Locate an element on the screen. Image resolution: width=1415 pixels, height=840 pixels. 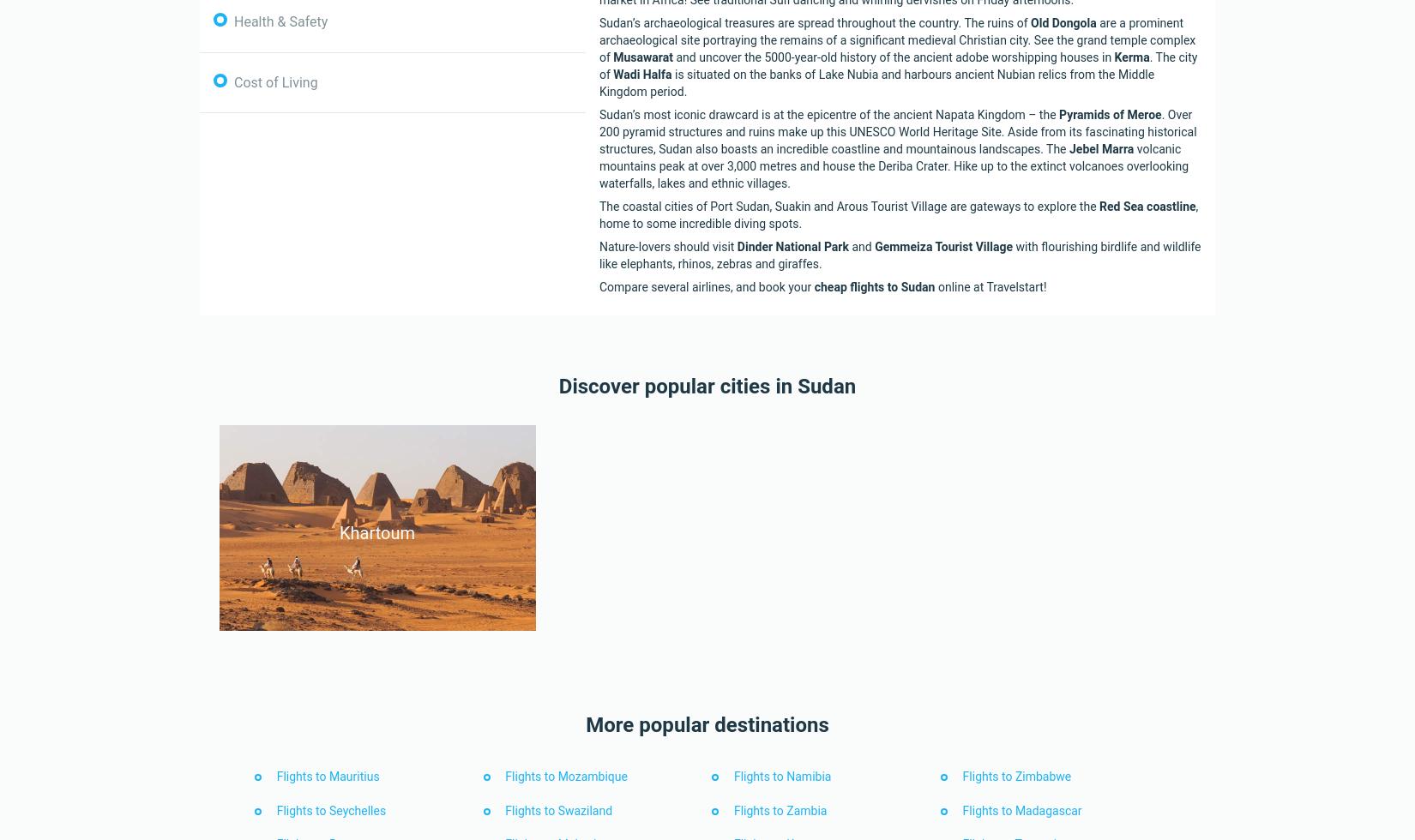
'cheap flights to Sudan' is located at coordinates (814, 285).